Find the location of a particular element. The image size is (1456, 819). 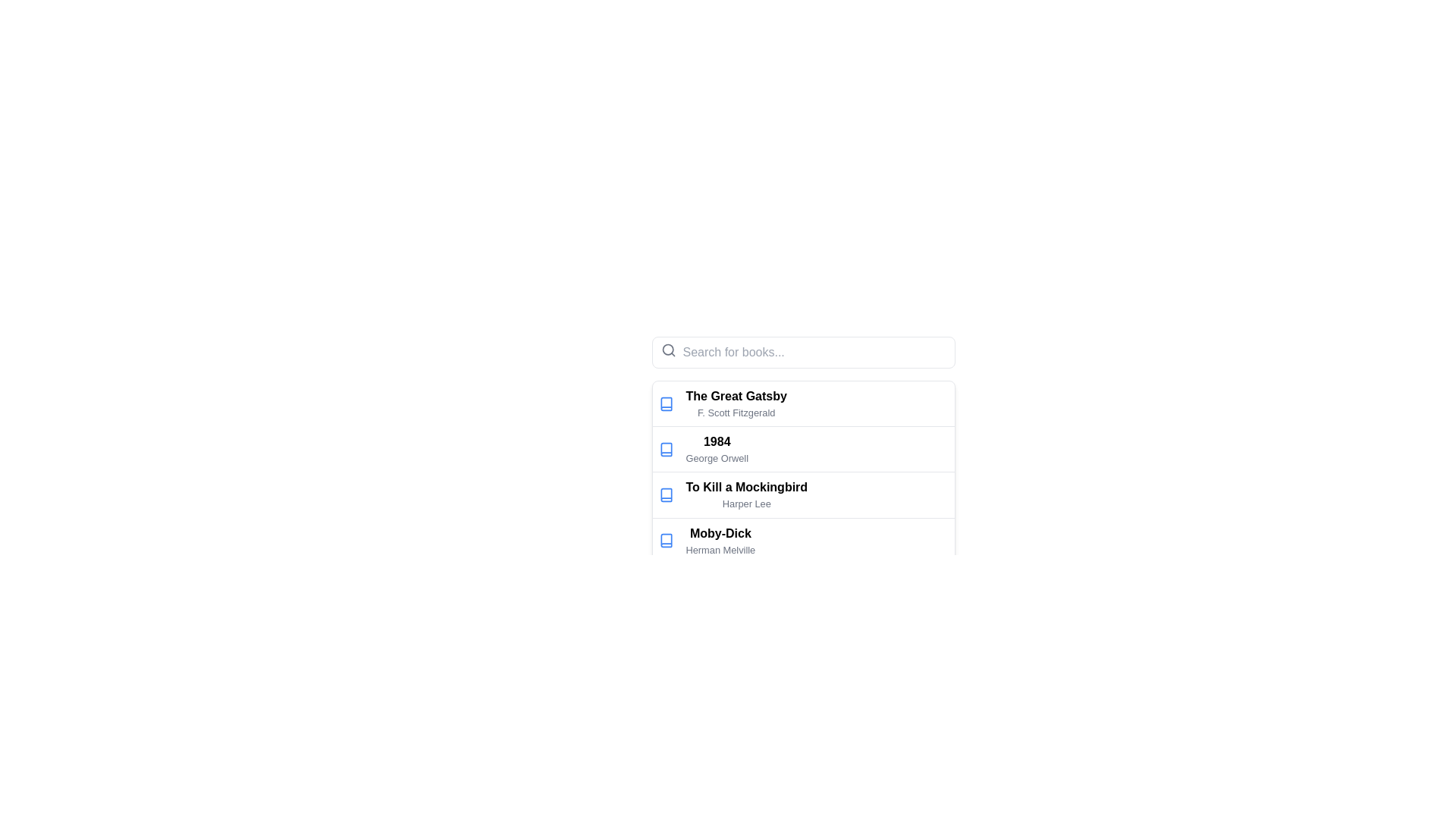

the blue book icon, which is the third icon in a vertical list is located at coordinates (666, 494).